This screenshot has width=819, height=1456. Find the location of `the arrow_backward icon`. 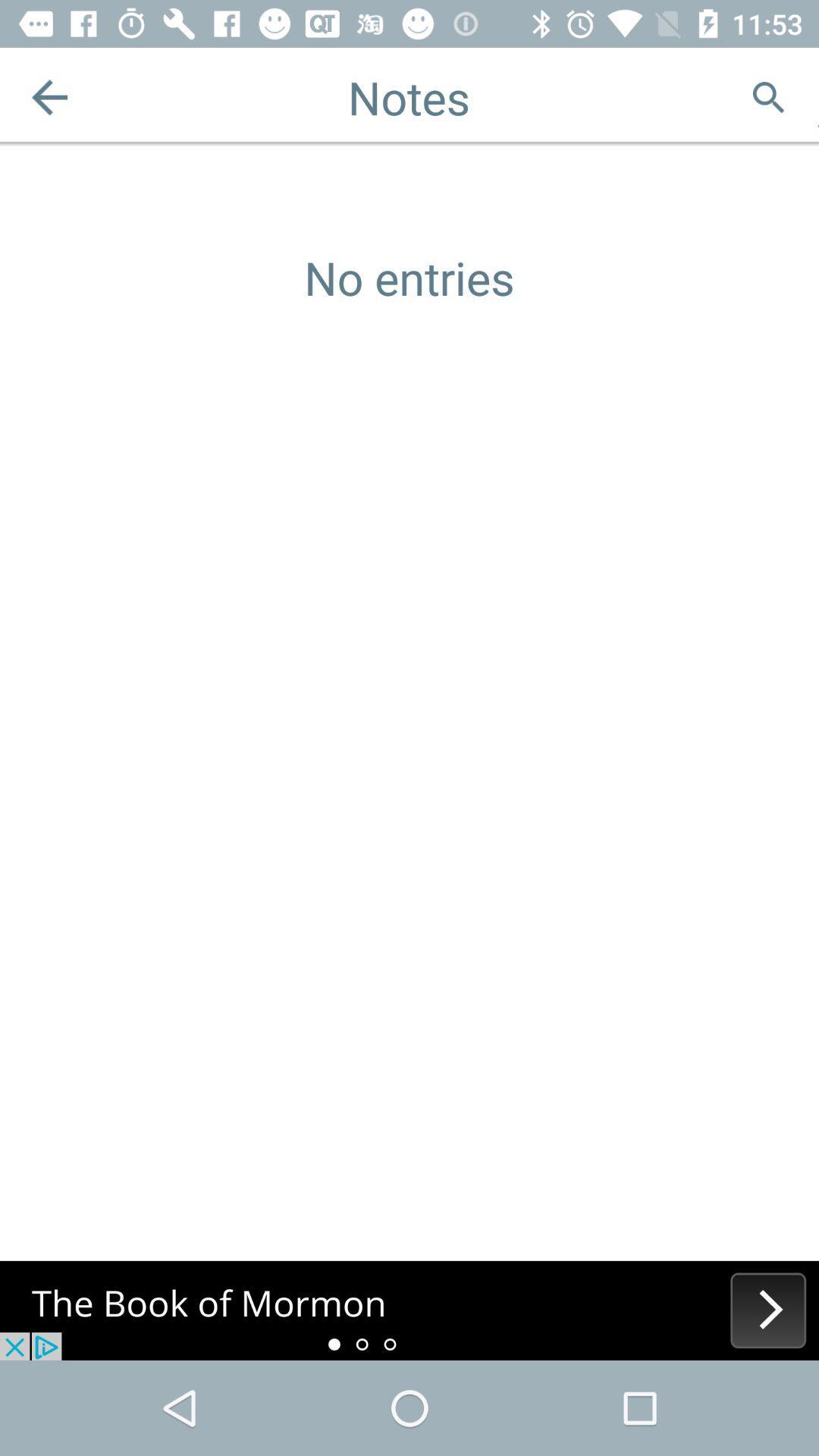

the arrow_backward icon is located at coordinates (49, 96).